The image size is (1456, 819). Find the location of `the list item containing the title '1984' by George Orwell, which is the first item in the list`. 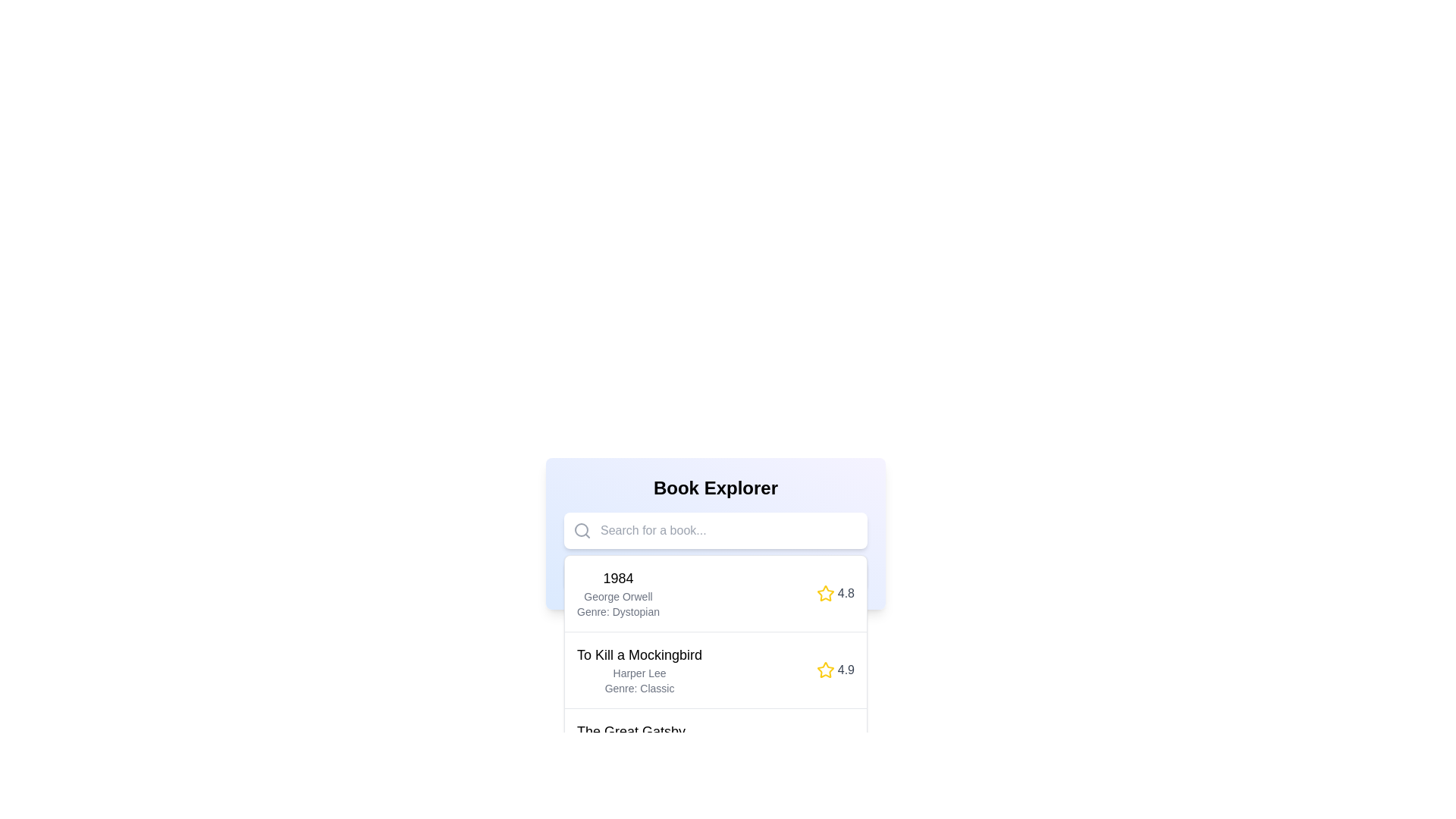

the list item containing the title '1984' by George Orwell, which is the first item in the list is located at coordinates (715, 593).